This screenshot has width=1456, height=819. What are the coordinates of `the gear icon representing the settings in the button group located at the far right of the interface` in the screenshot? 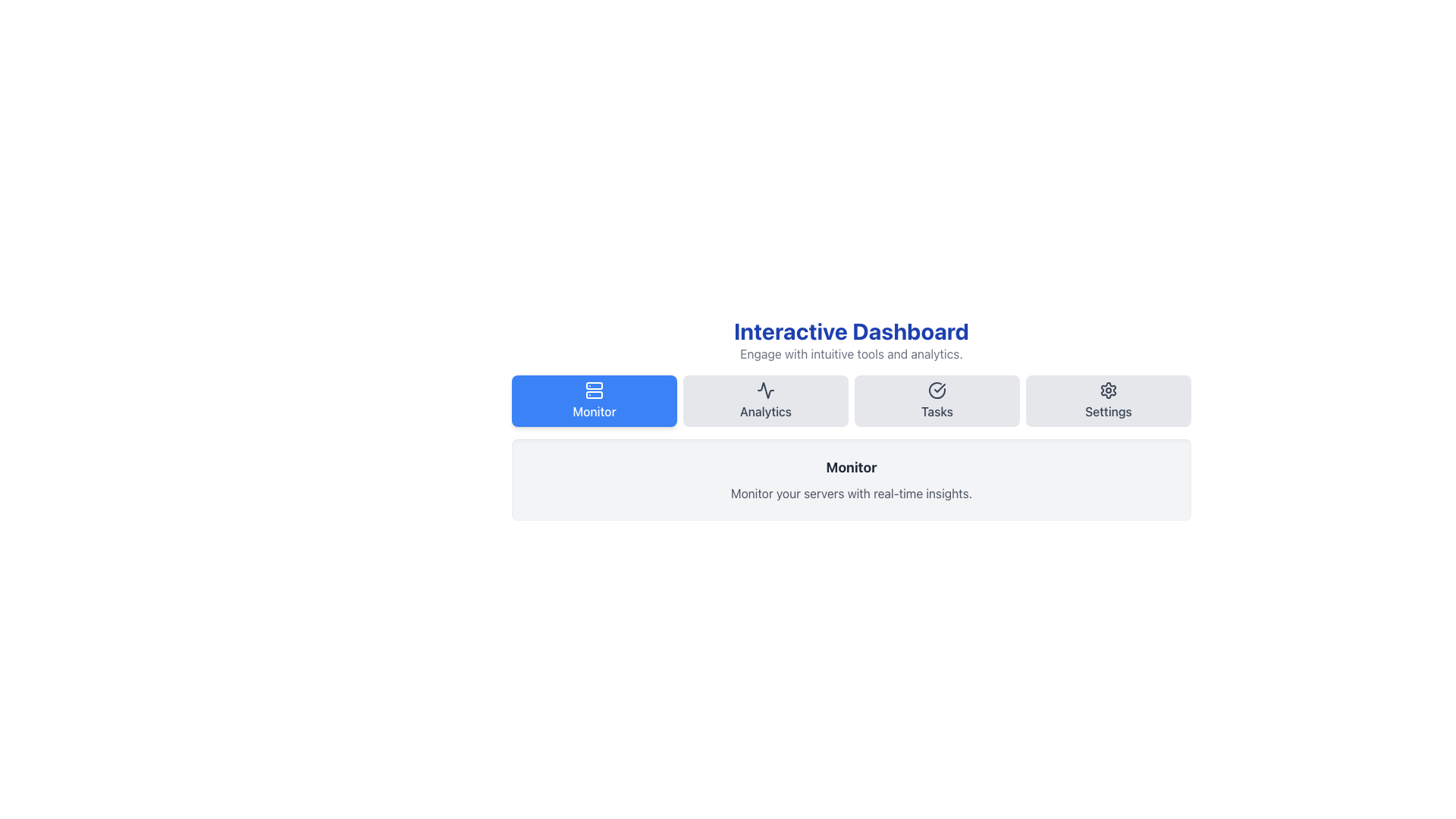 It's located at (1109, 390).